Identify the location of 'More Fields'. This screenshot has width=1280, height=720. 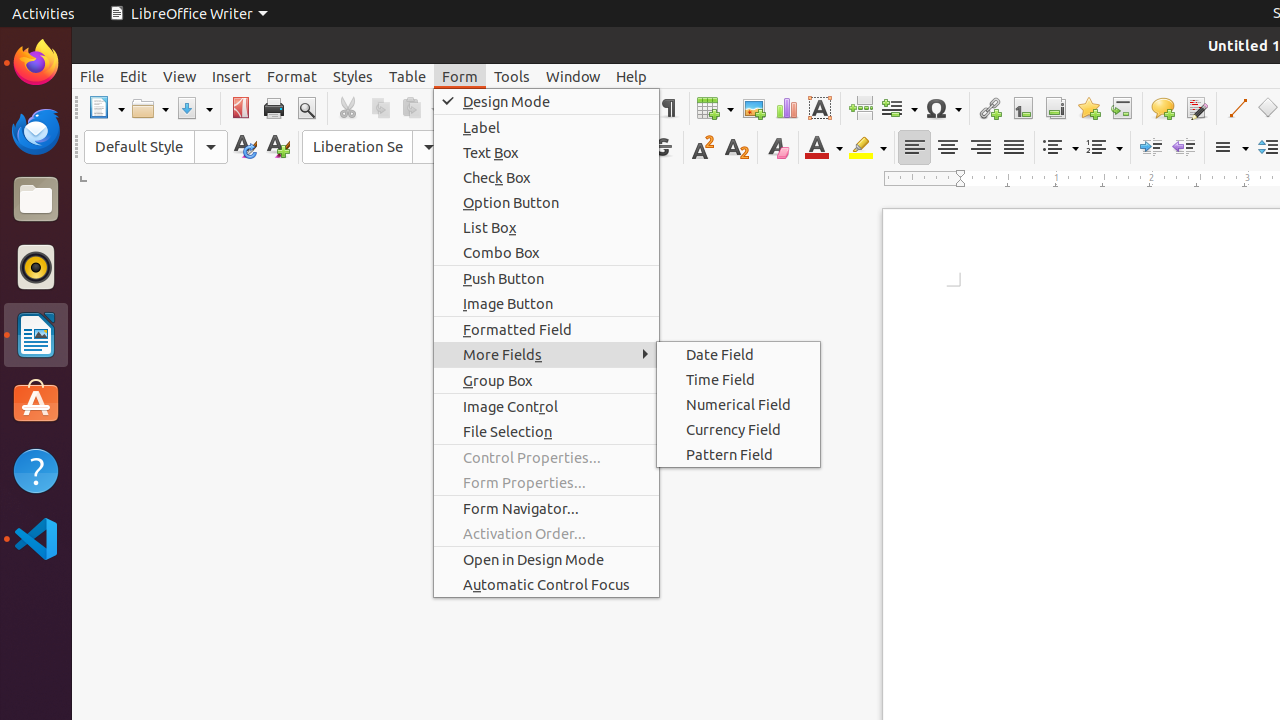
(546, 353).